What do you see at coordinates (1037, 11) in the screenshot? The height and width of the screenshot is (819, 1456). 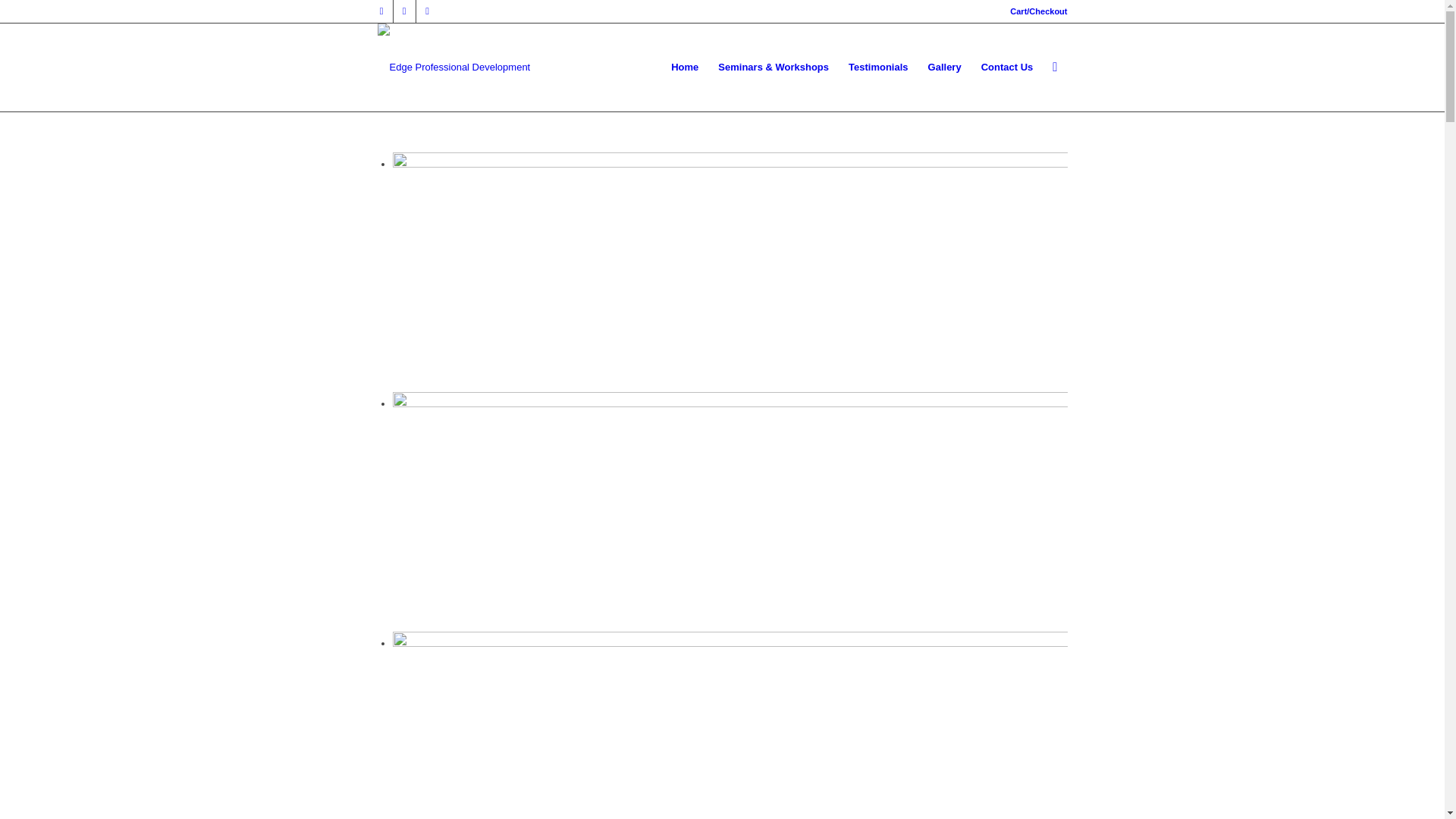 I see `'Cart/Checkout'` at bounding box center [1037, 11].